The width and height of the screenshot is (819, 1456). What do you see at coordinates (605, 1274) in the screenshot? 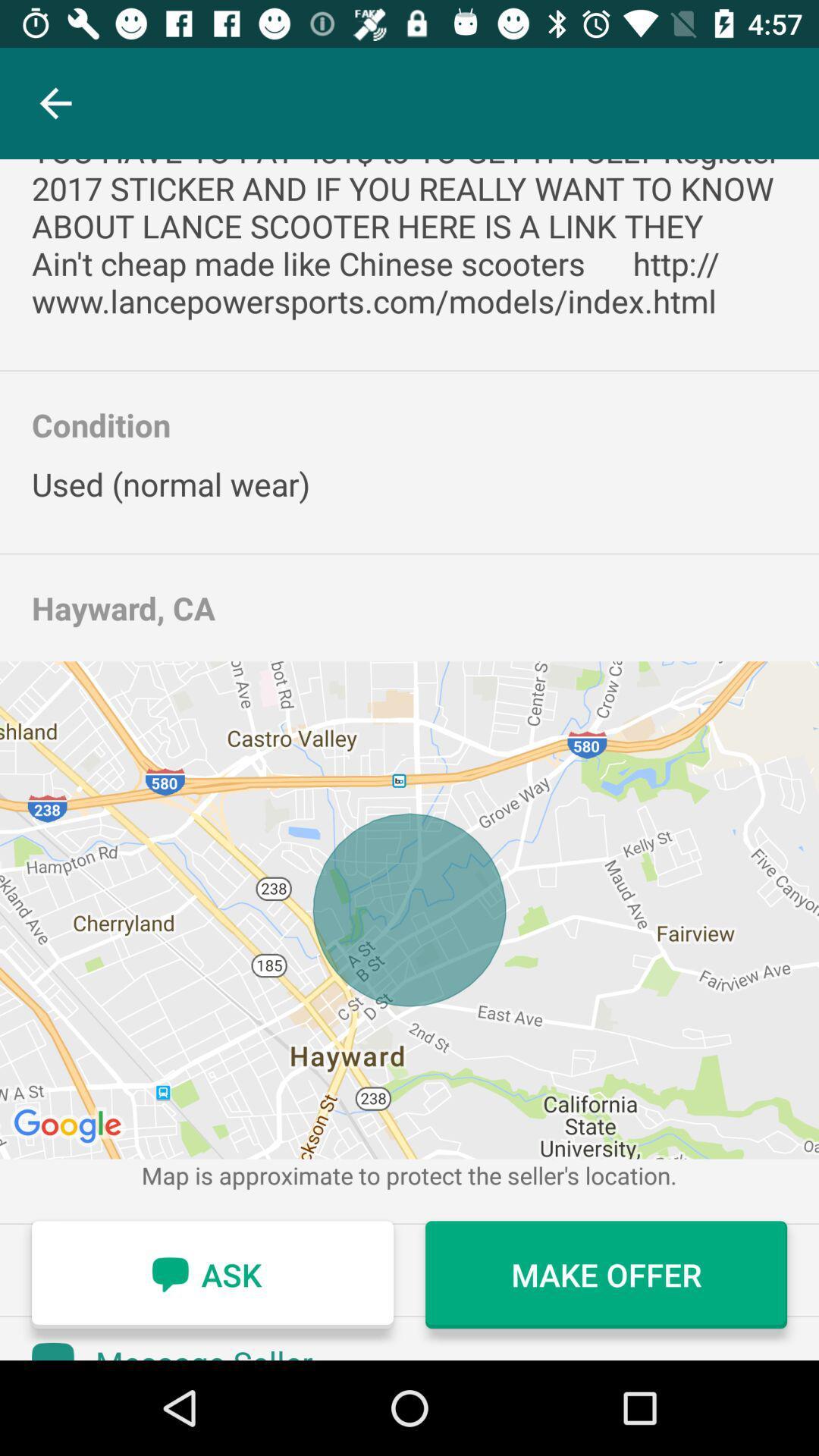
I see `the icon next to ask icon` at bounding box center [605, 1274].